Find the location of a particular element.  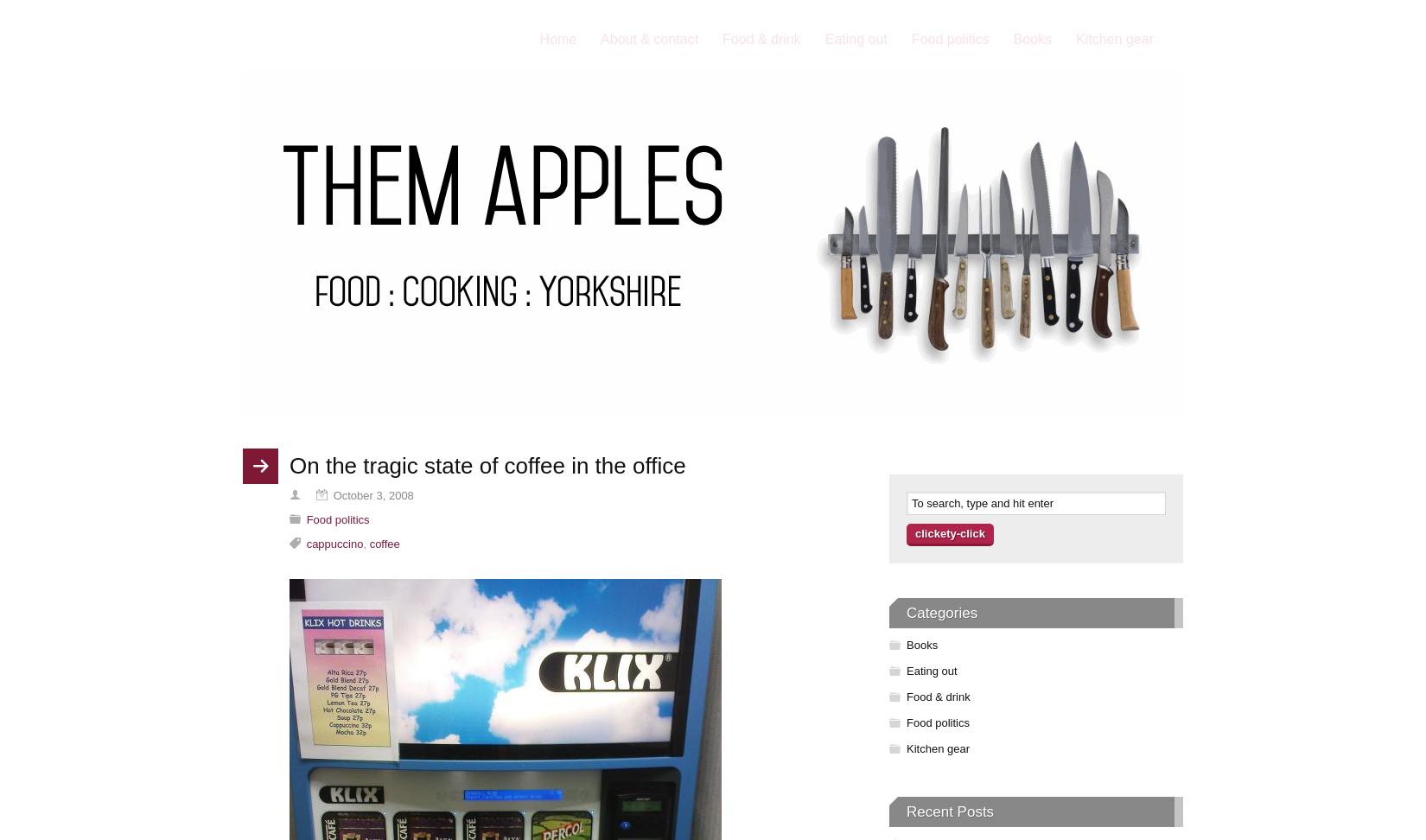

'About & contact' is located at coordinates (648, 39).